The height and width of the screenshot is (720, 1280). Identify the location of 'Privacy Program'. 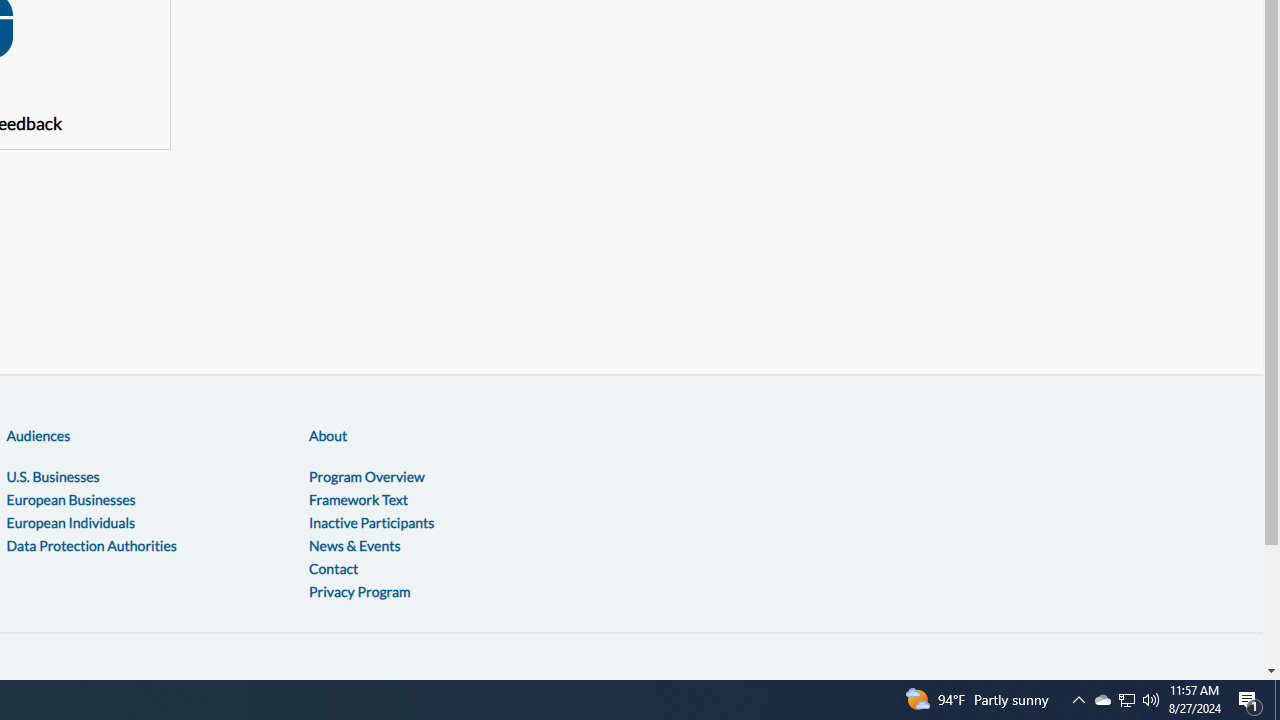
(359, 589).